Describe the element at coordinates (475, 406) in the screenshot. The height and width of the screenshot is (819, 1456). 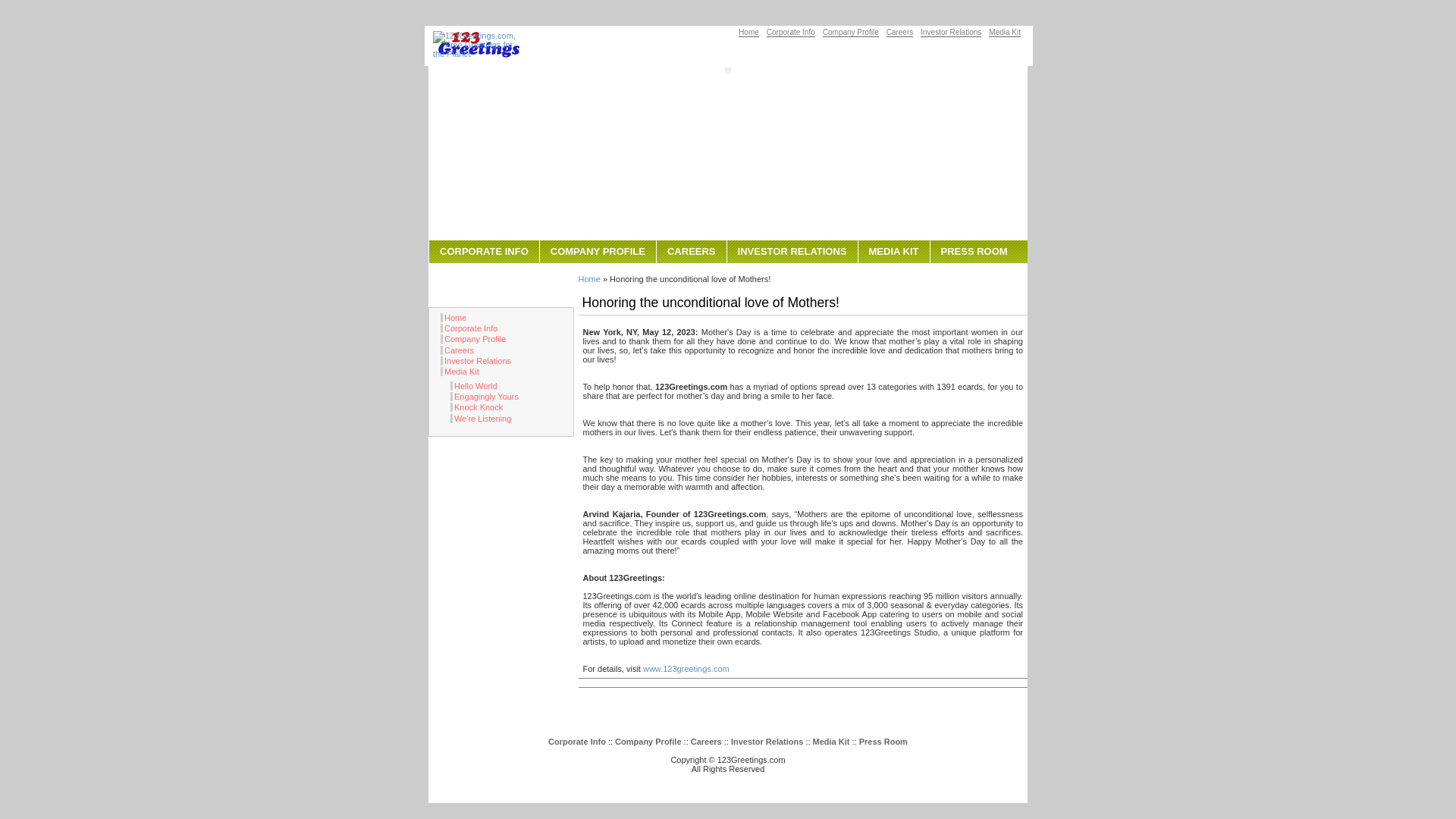
I see `'Knock Knock'` at that location.